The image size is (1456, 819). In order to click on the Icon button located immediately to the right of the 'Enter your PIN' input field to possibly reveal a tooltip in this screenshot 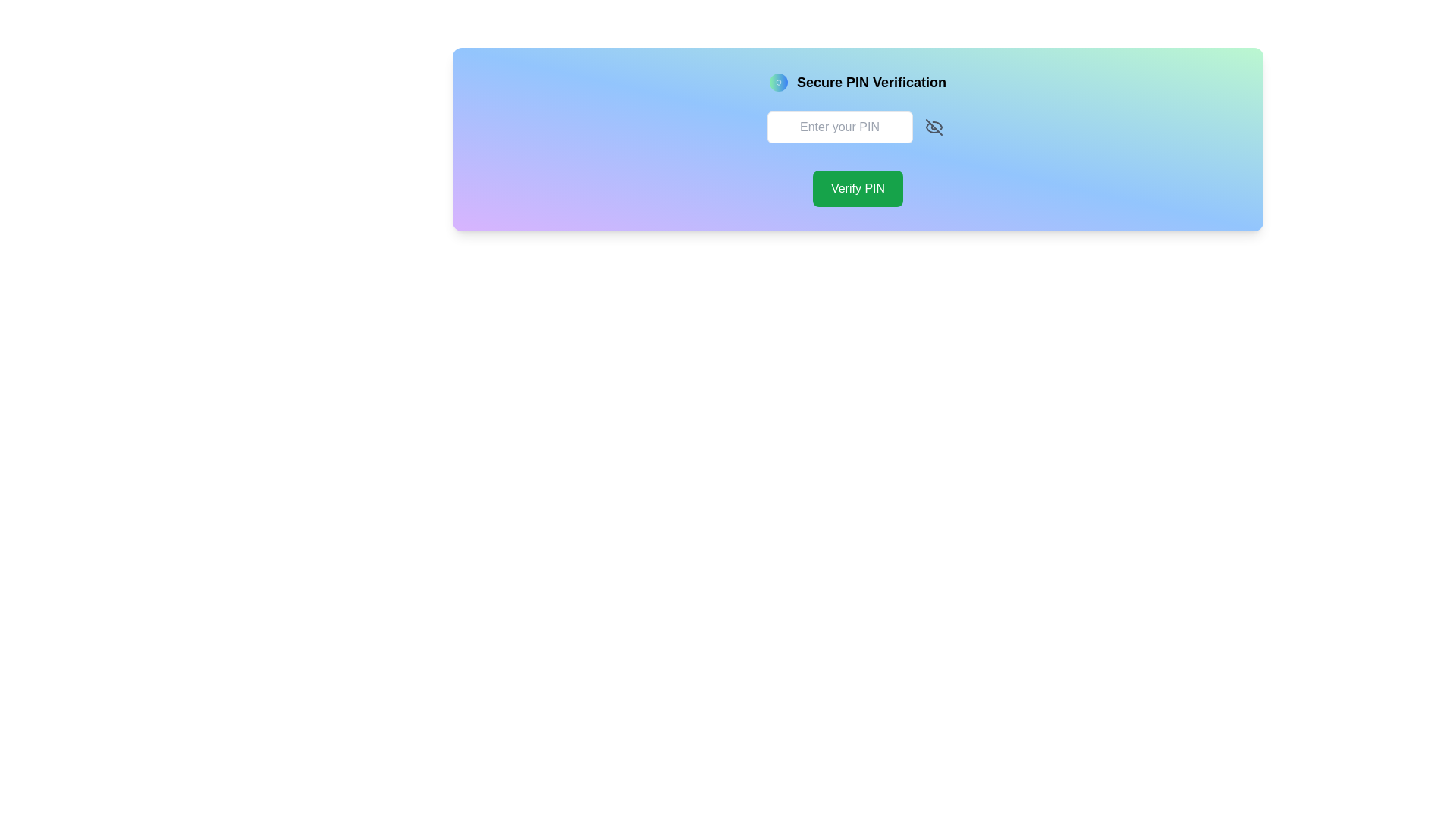, I will do `click(933, 127)`.